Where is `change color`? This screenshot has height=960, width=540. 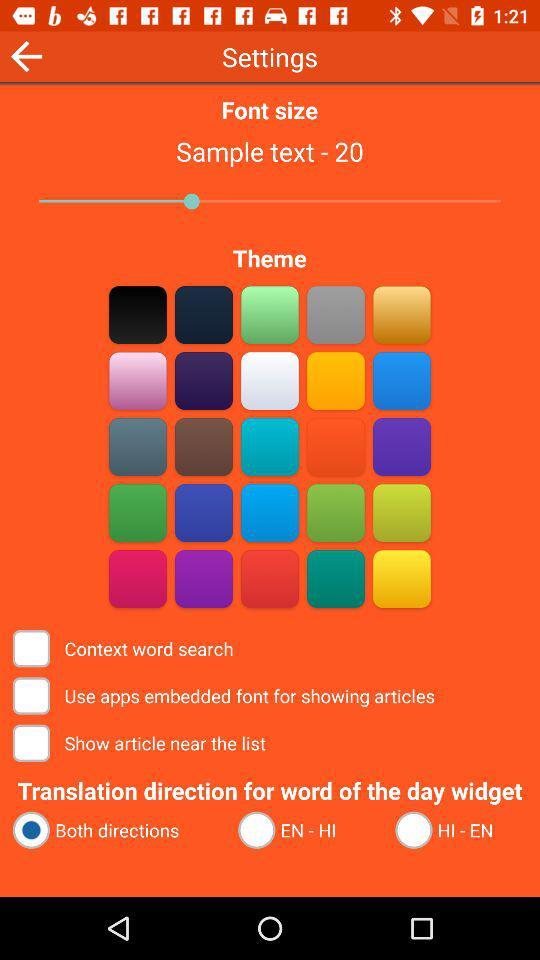
change color is located at coordinates (203, 578).